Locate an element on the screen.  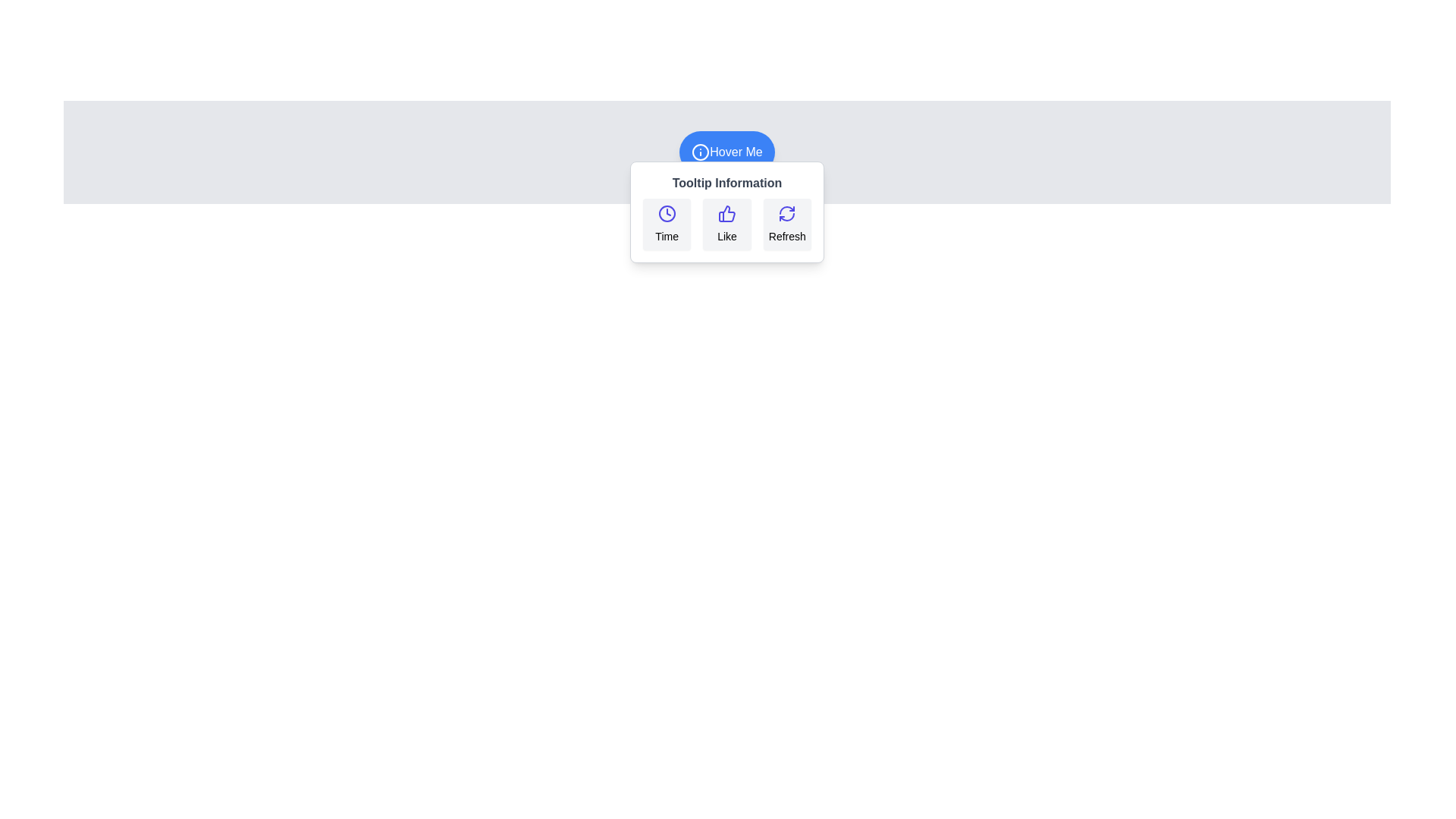
text content of the 'Tooltip Information' label, which is styled in bold gray font and located within the tooltip below the 'Hover Me' button is located at coordinates (726, 183).